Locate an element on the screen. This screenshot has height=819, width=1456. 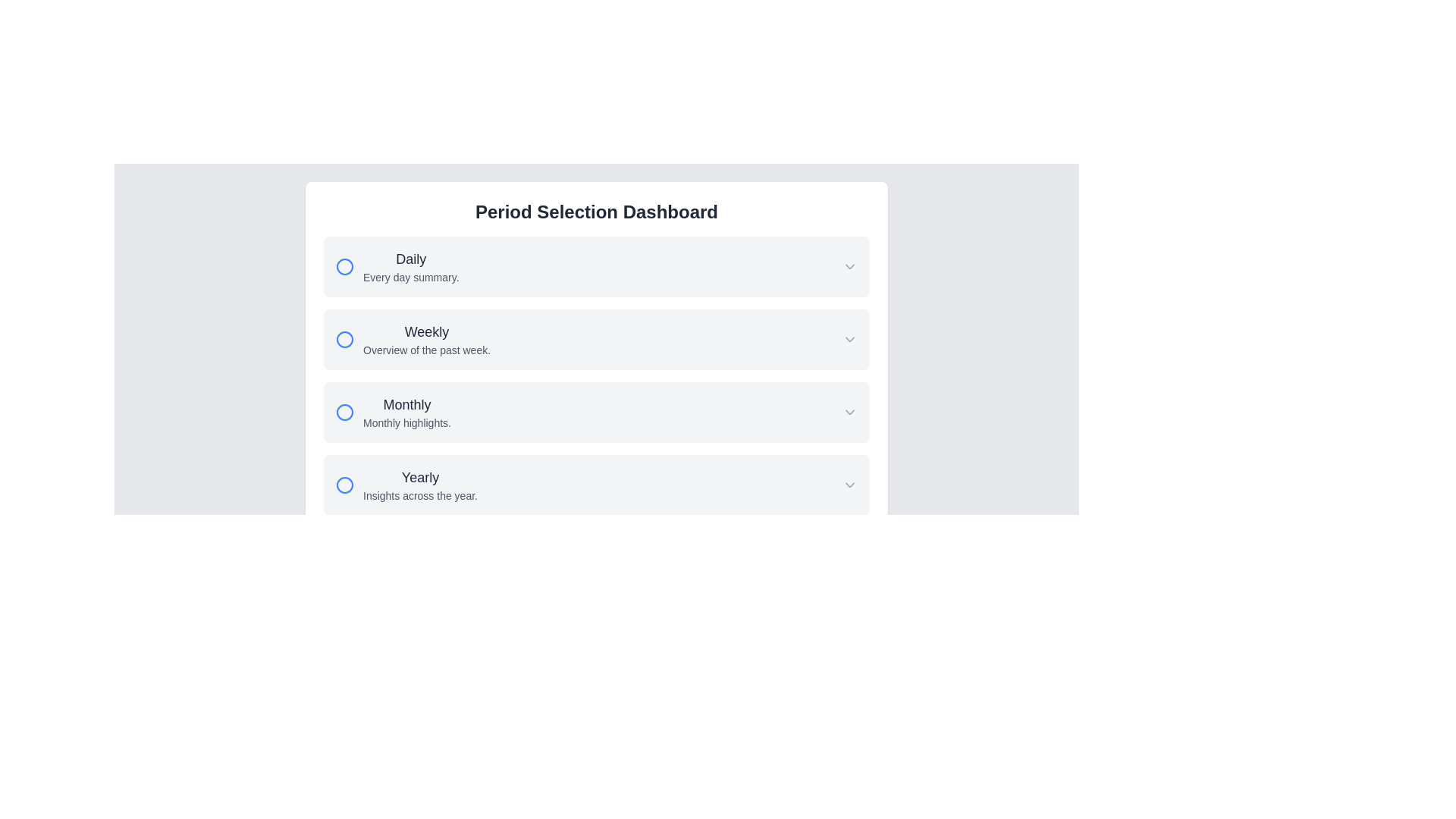
the downward pointing gray chevron icon next to the text 'Yearly' in the user interface is located at coordinates (850, 485).